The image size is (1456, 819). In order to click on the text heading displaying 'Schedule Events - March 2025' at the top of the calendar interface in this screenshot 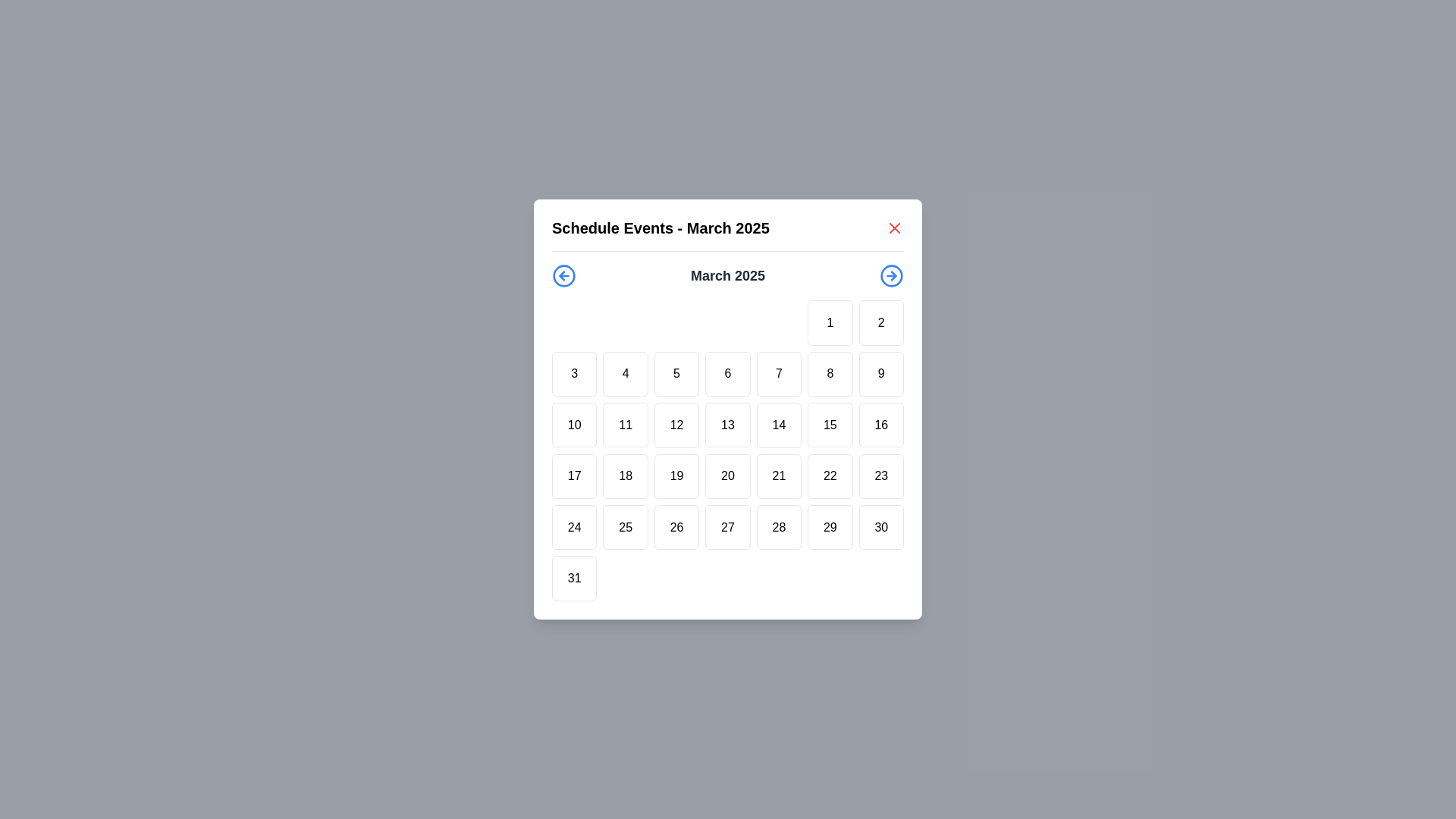, I will do `click(661, 228)`.